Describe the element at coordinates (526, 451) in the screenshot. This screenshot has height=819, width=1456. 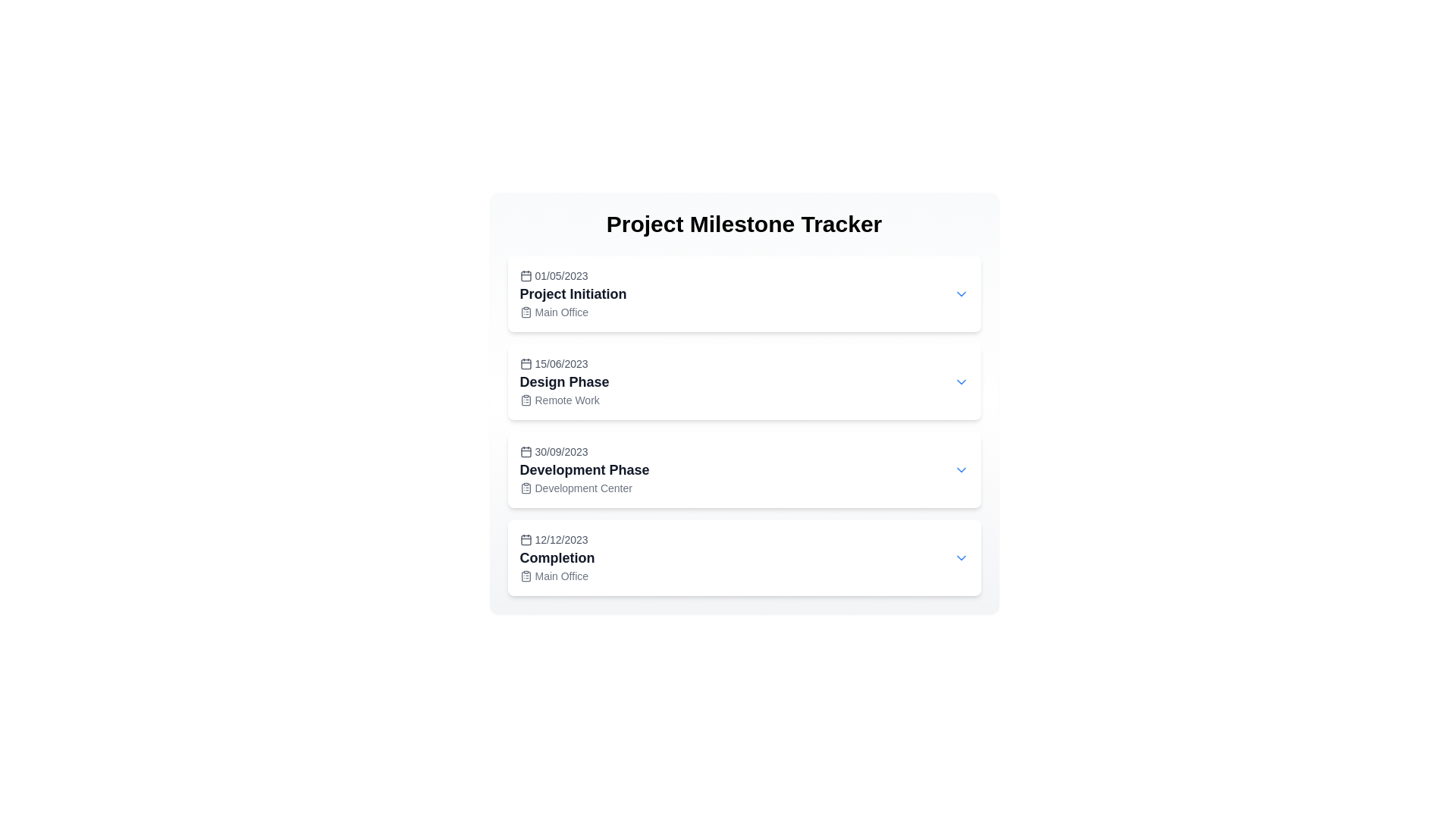
I see `the central rectangular part of the calendar icon within the third milestone card labeled '30/09/2023 Development Phase'` at that location.